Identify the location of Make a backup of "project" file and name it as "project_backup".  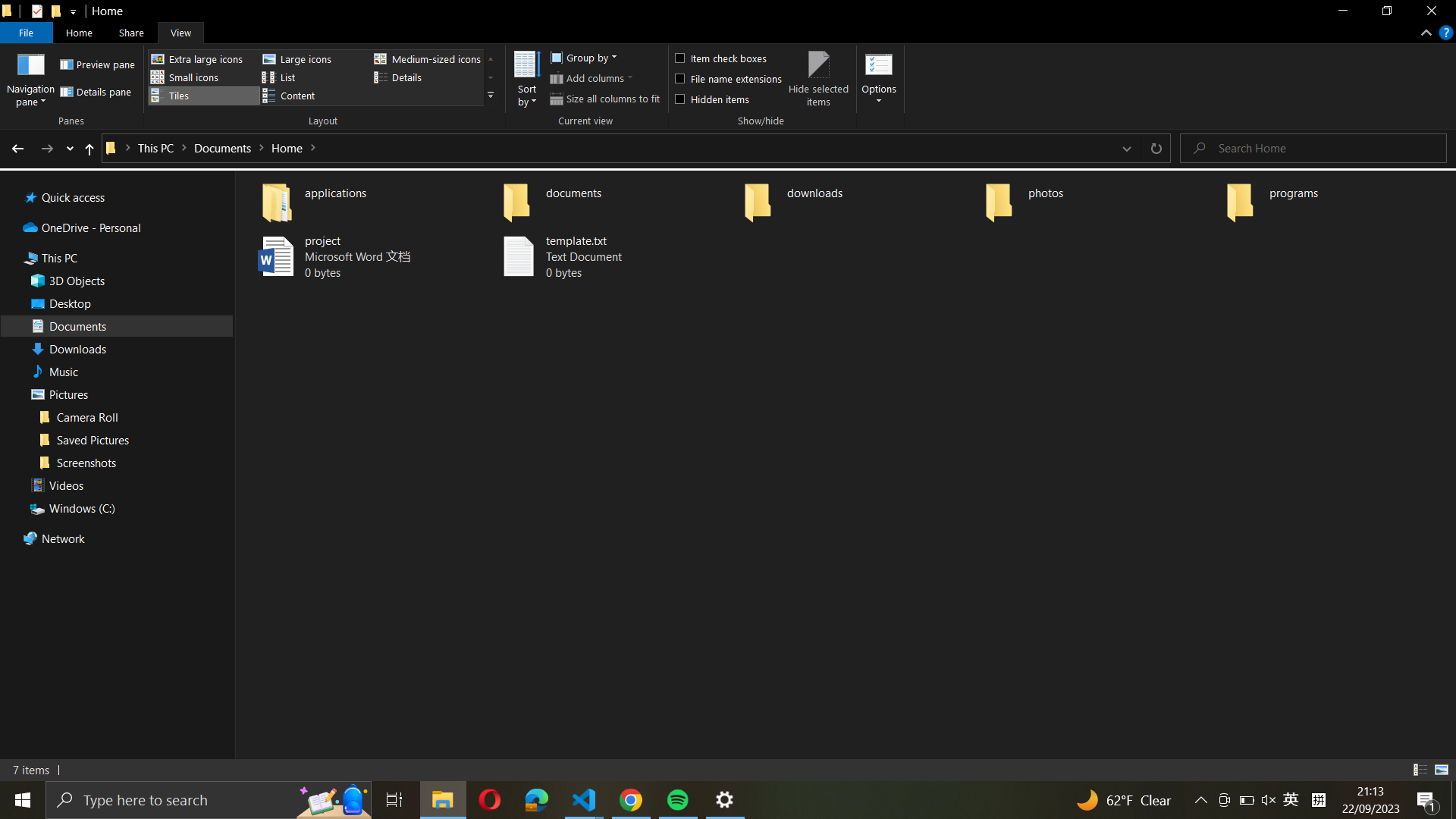
(361, 256).